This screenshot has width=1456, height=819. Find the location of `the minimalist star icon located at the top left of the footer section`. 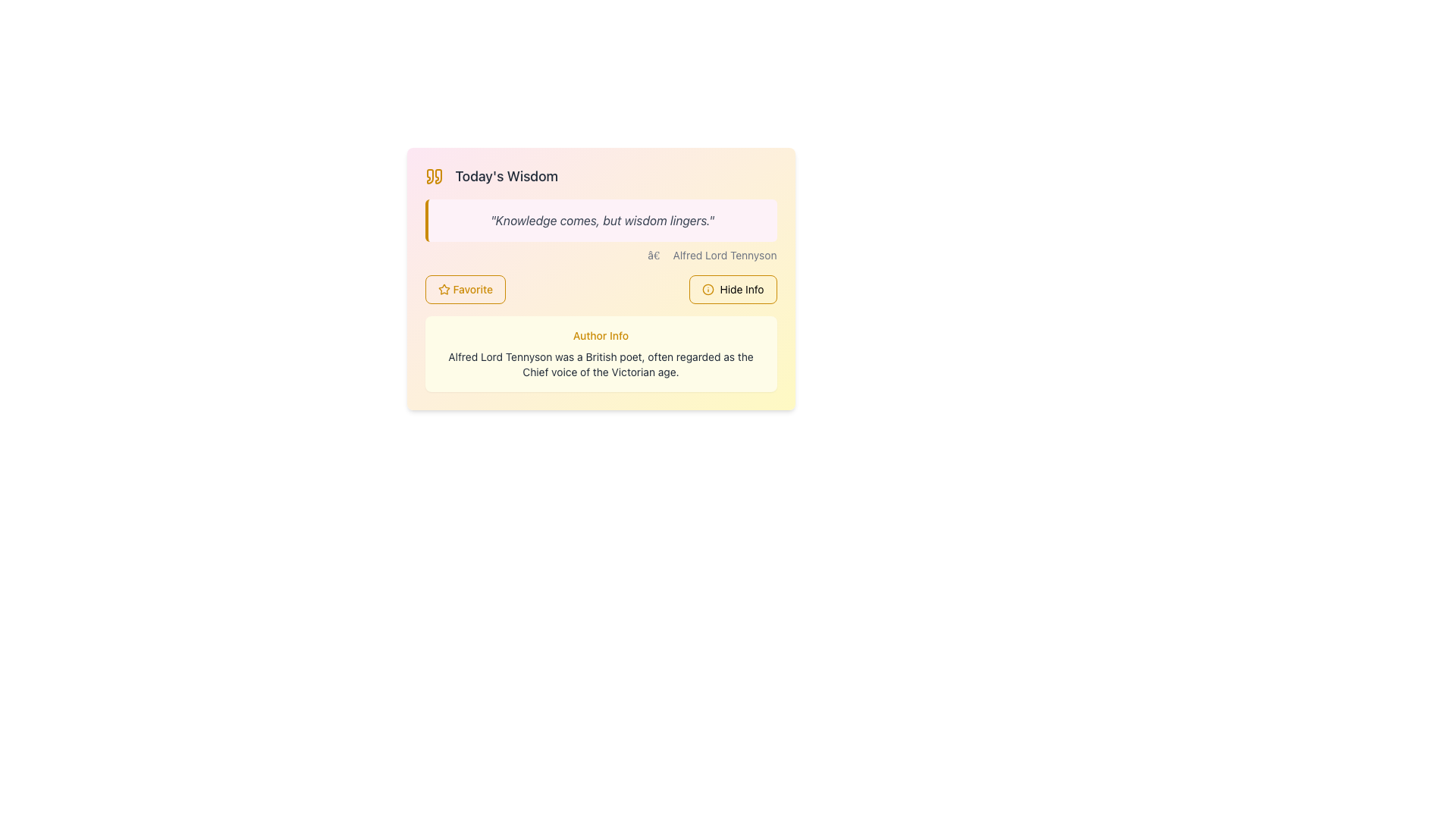

the minimalist star icon located at the top left of the footer section is located at coordinates (443, 289).